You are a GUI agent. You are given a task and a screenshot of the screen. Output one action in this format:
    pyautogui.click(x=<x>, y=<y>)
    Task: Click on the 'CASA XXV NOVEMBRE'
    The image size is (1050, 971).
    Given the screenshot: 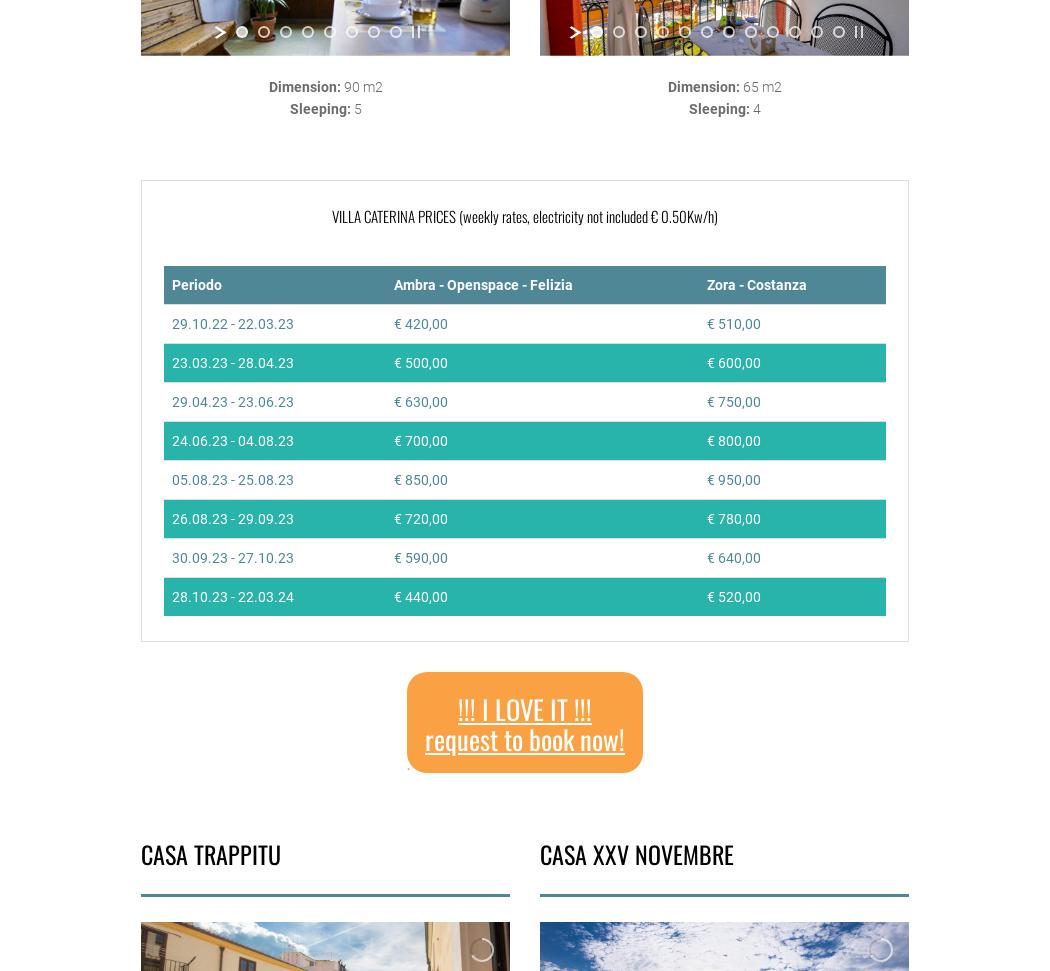 What is the action you would take?
    pyautogui.click(x=540, y=852)
    